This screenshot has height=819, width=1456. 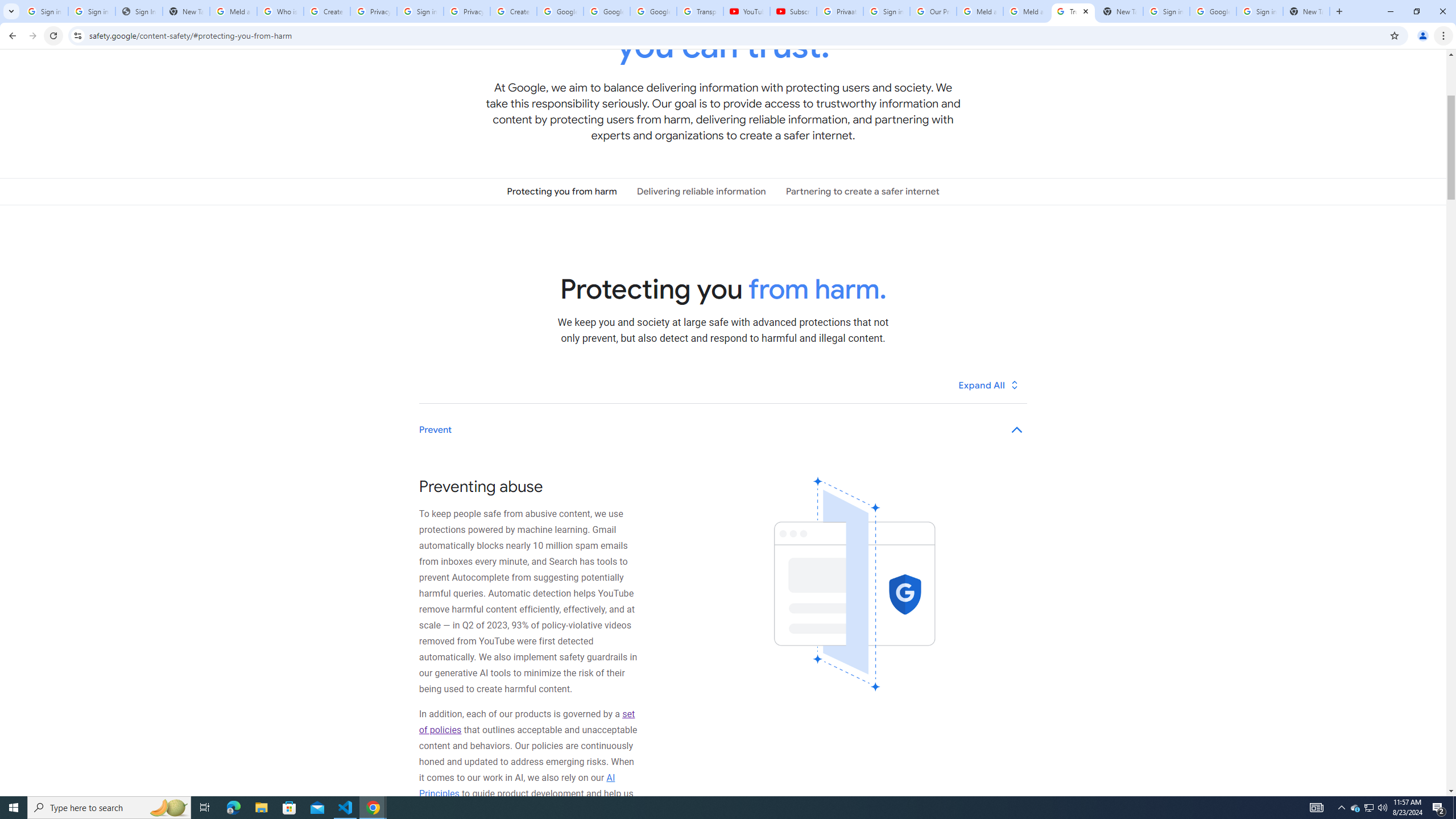 I want to click on 'Protecting you from harm', so click(x=561, y=191).